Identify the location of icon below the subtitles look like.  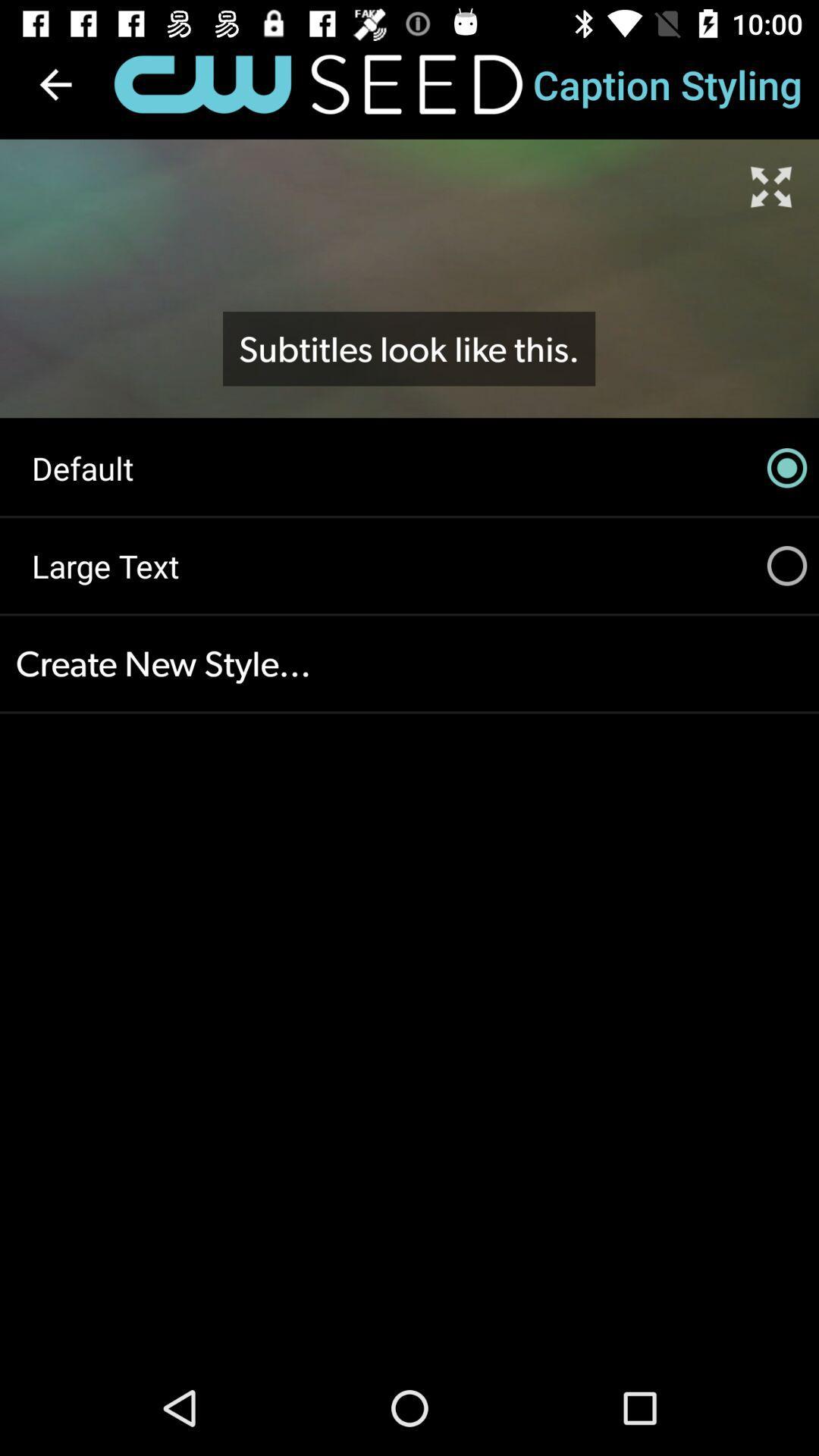
(409, 467).